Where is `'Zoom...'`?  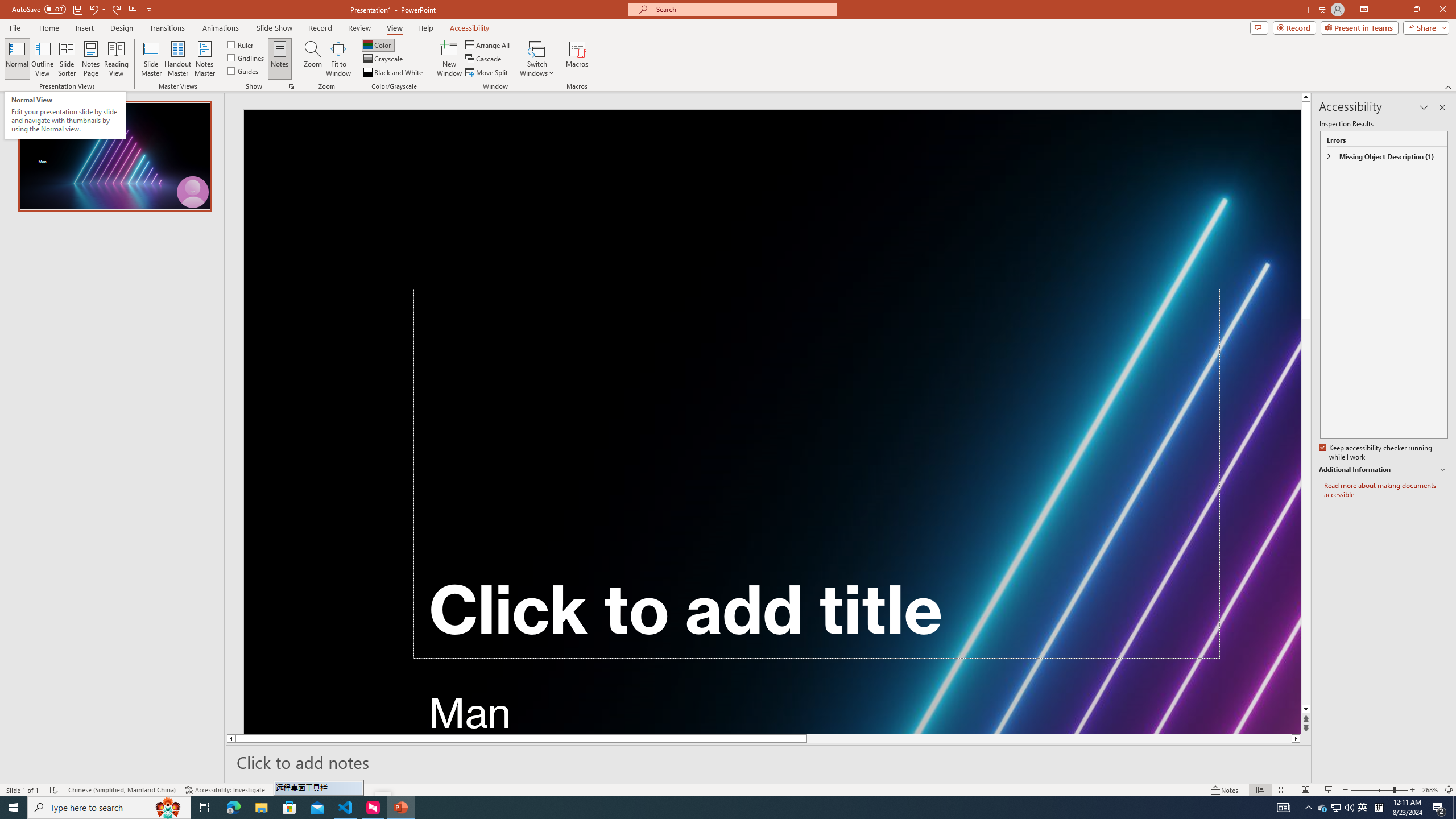
'Zoom...' is located at coordinates (313, 59).